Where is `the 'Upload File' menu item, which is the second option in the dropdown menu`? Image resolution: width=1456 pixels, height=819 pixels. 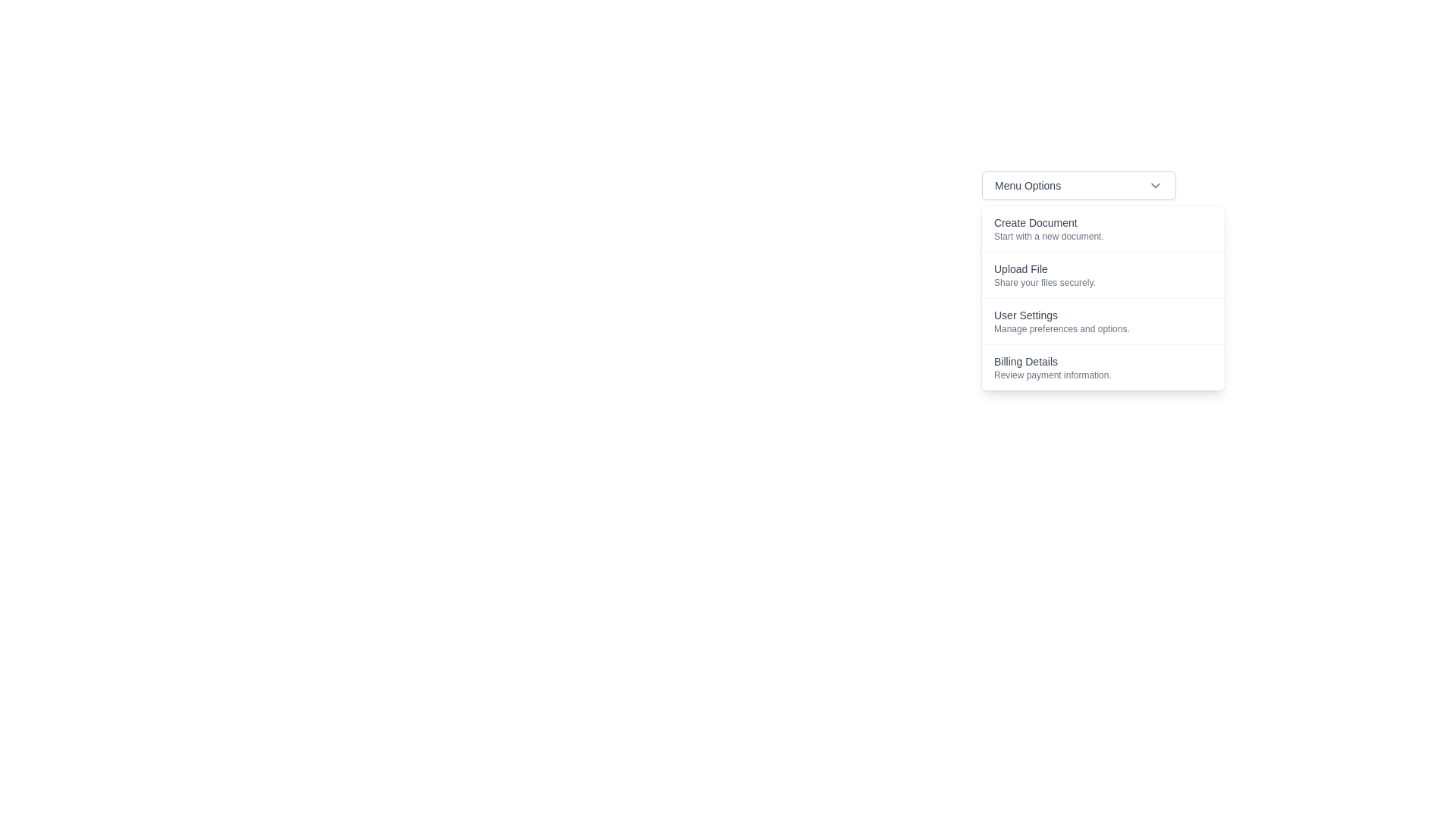 the 'Upload File' menu item, which is the second option in the dropdown menu is located at coordinates (1078, 292).